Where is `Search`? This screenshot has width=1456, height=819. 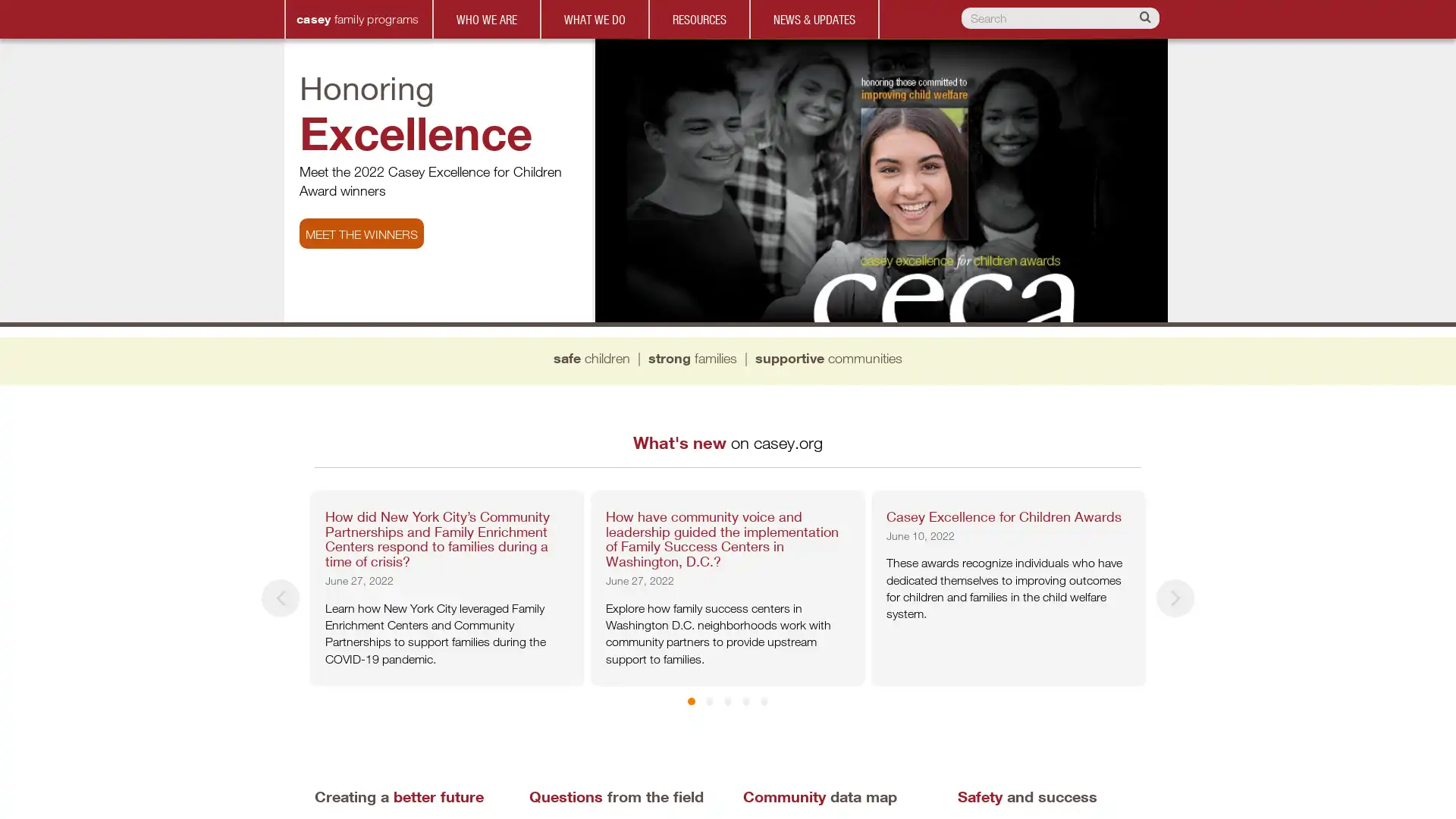
Search is located at coordinates (1146, 17).